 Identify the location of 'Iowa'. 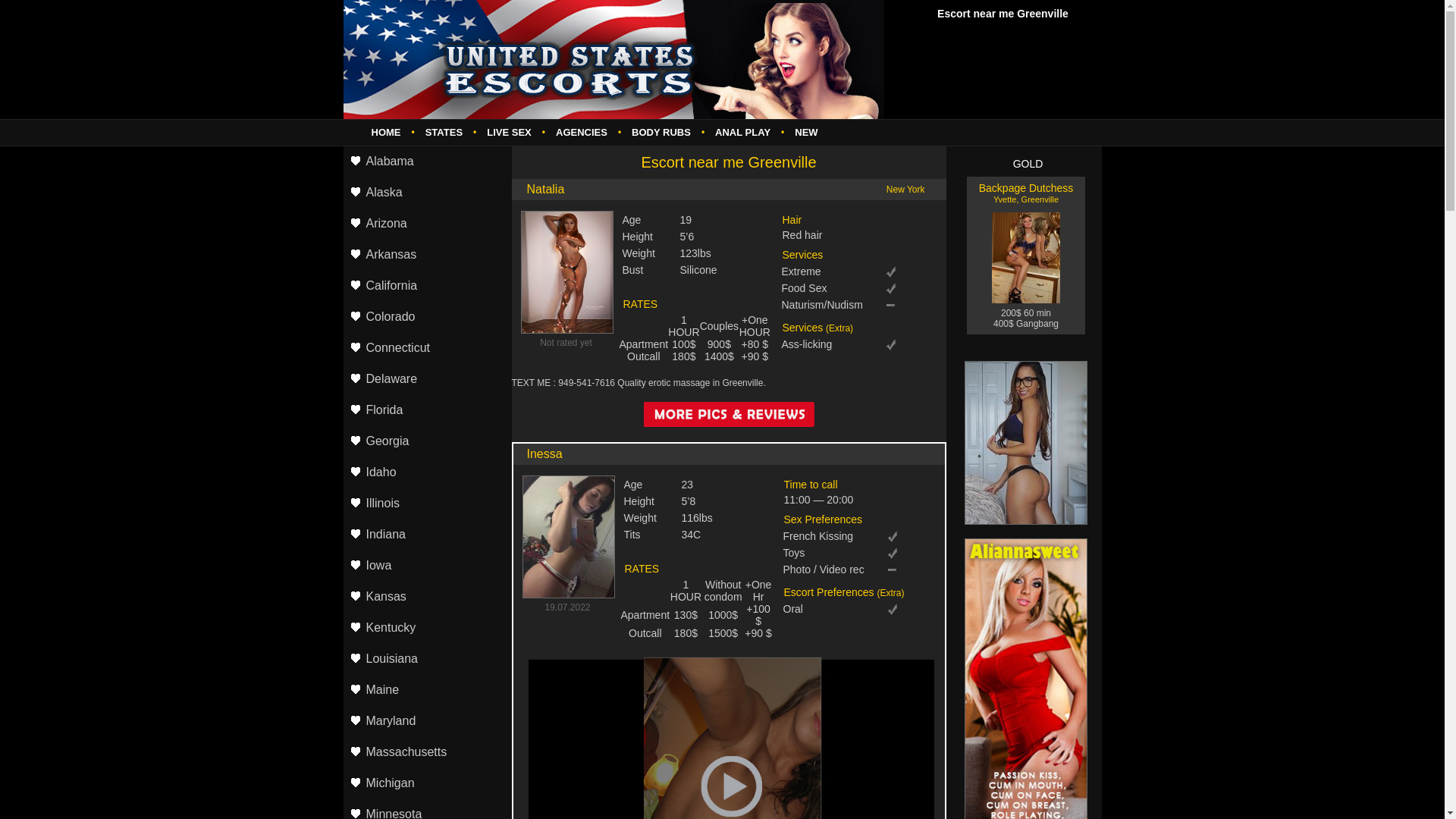
(341, 566).